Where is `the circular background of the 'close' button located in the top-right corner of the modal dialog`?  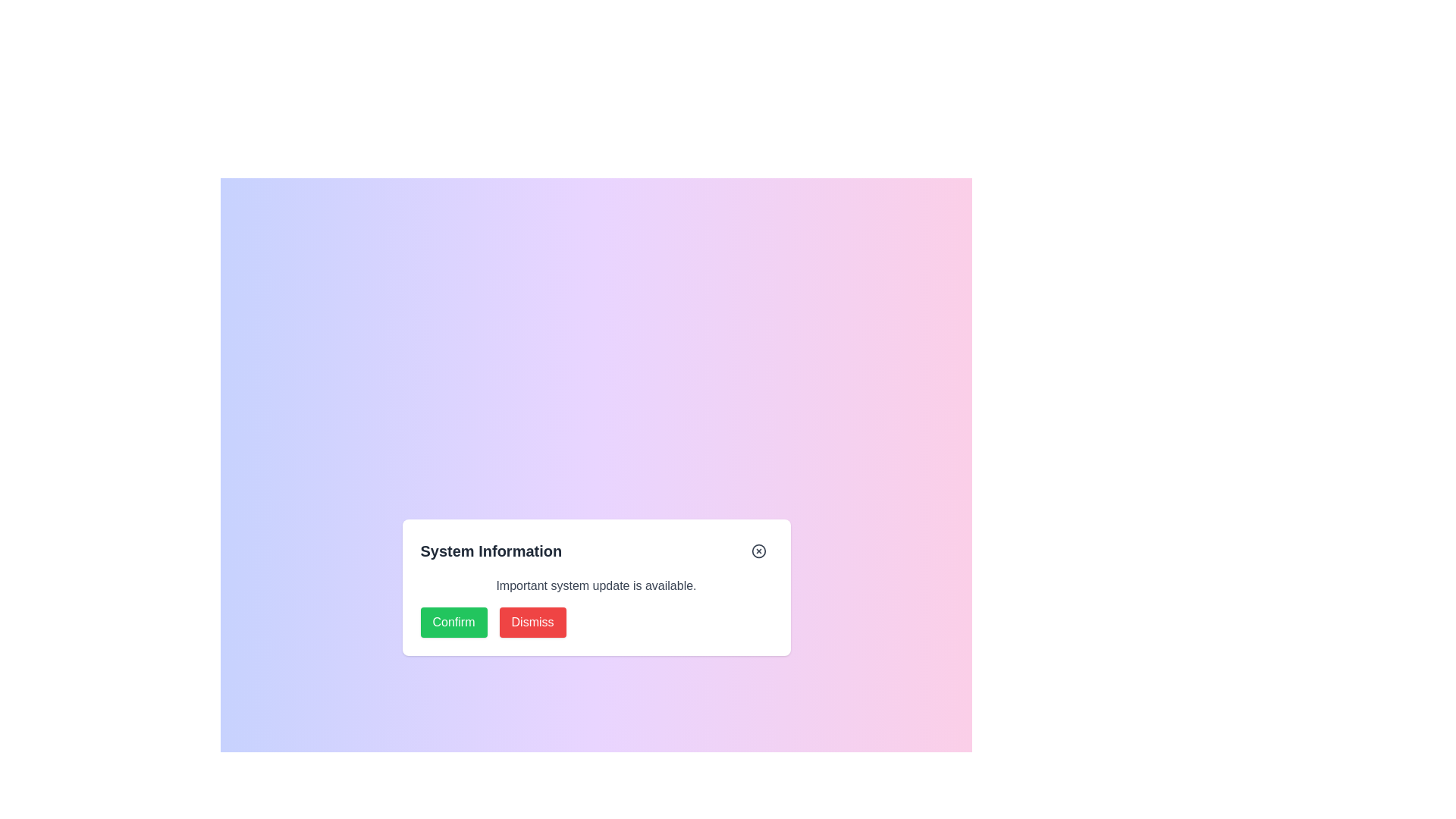 the circular background of the 'close' button located in the top-right corner of the modal dialog is located at coordinates (758, 551).